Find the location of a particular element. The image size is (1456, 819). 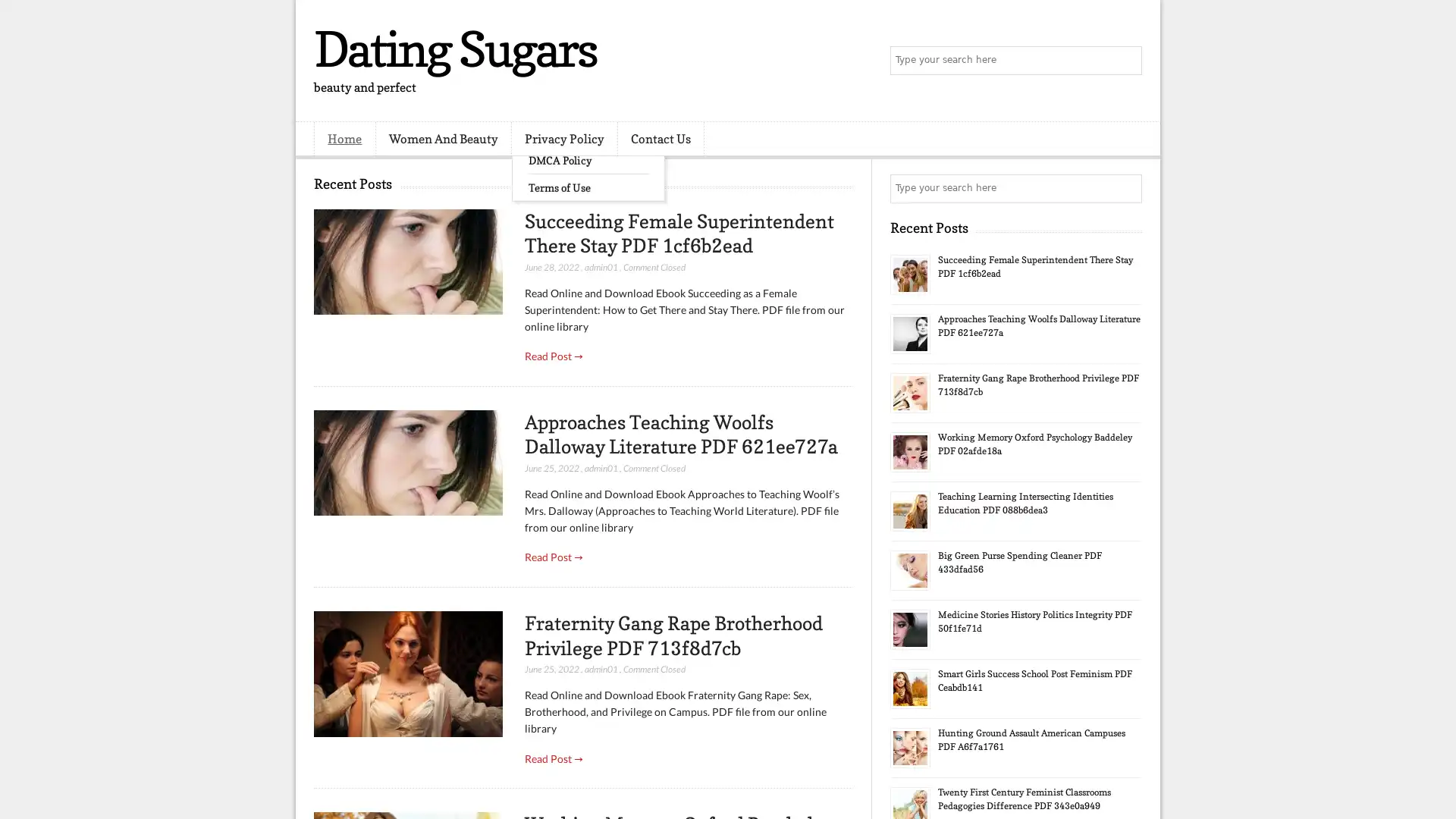

Search is located at coordinates (1126, 61).